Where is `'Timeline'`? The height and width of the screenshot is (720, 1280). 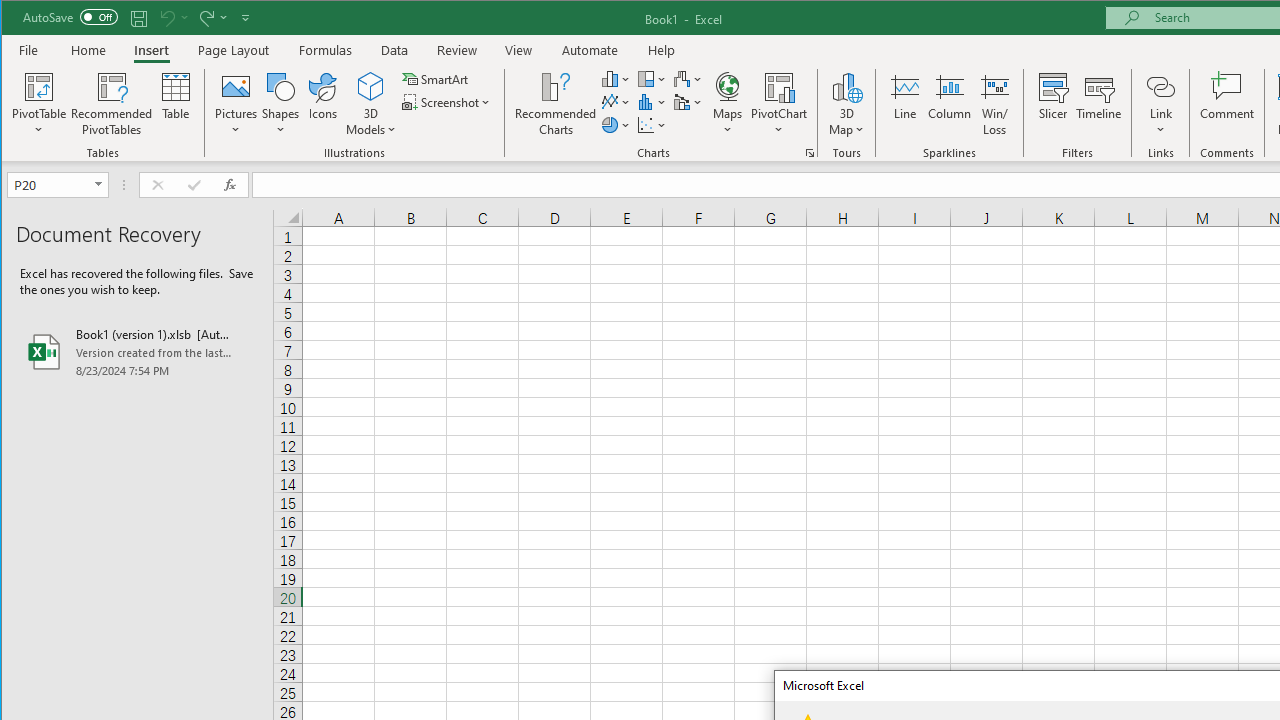 'Timeline' is located at coordinates (1097, 104).